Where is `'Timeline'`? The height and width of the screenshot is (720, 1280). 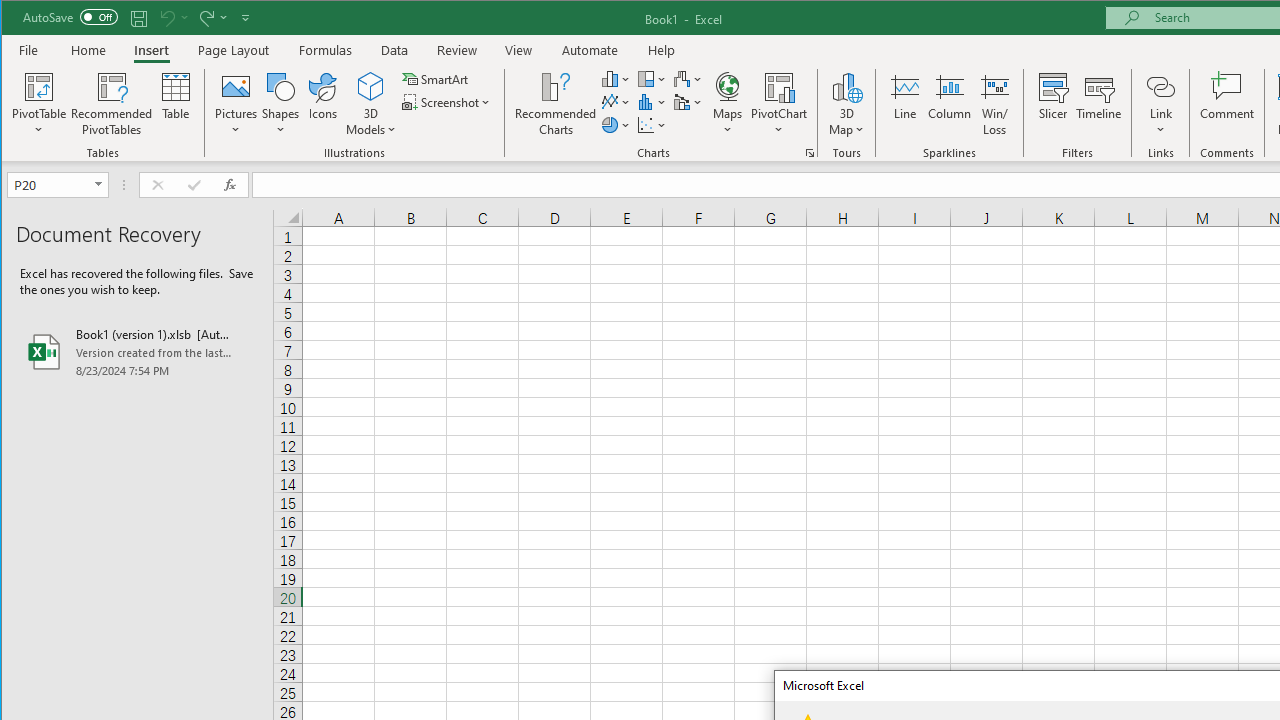 'Timeline' is located at coordinates (1097, 104).